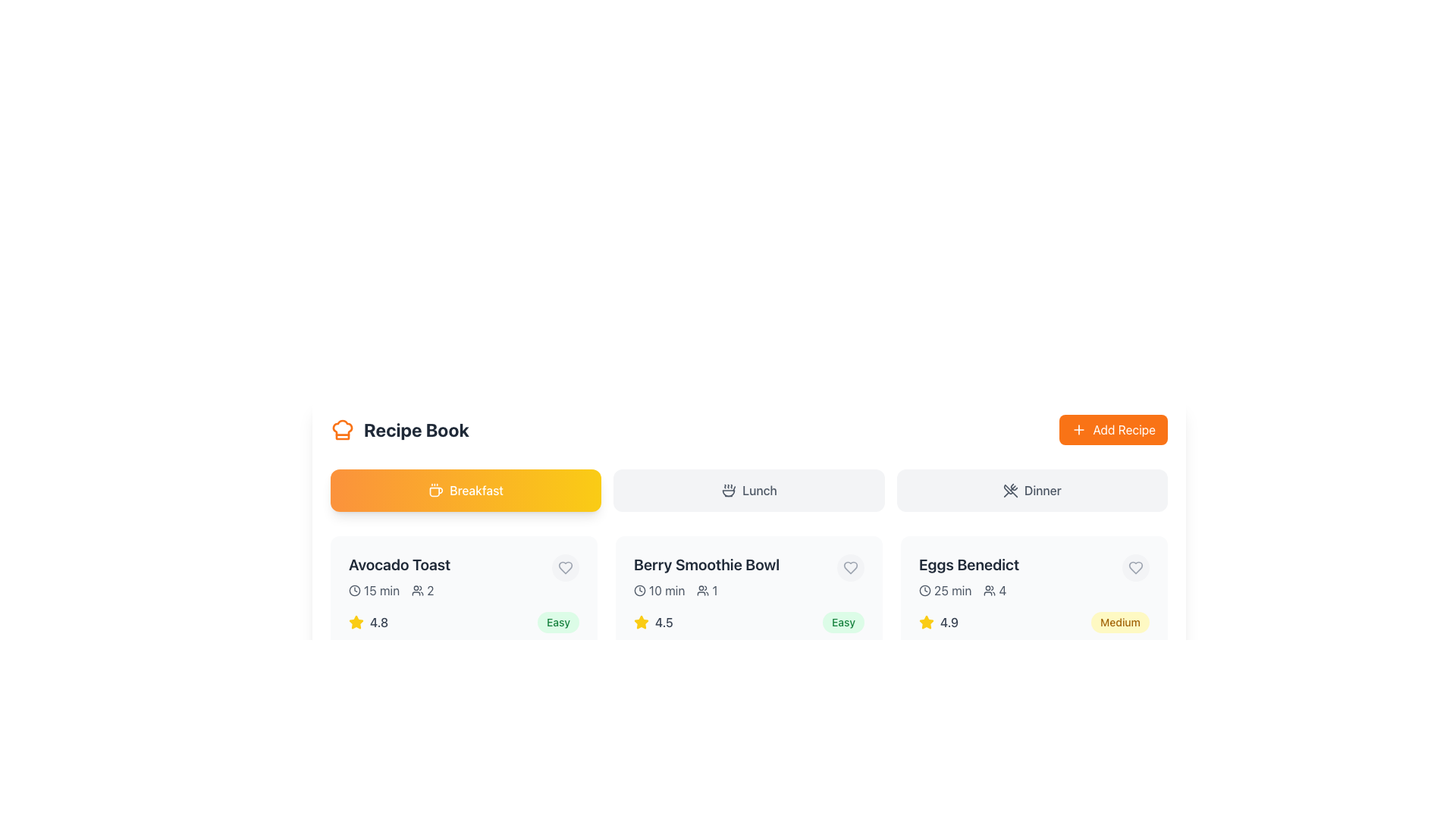 The width and height of the screenshot is (1456, 819). I want to click on the text label that indicates the rating value for the associated item 'Eggs Benedict', positioned to the right of the star icon in the rating section, so click(949, 623).